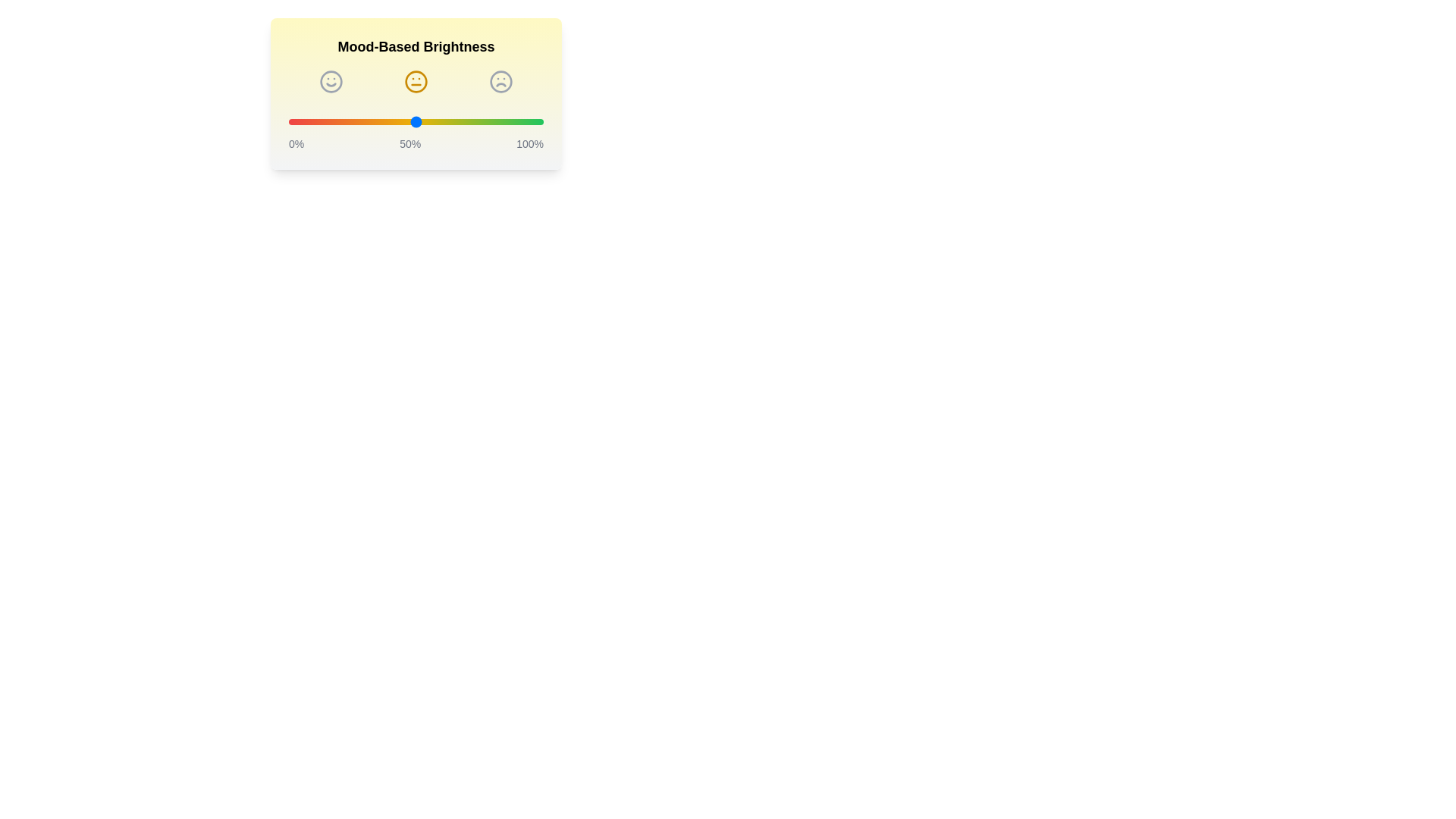 The width and height of the screenshot is (1456, 819). What do you see at coordinates (488, 121) in the screenshot?
I see `the brightness slider to 78% to observe the mood icon change` at bounding box center [488, 121].